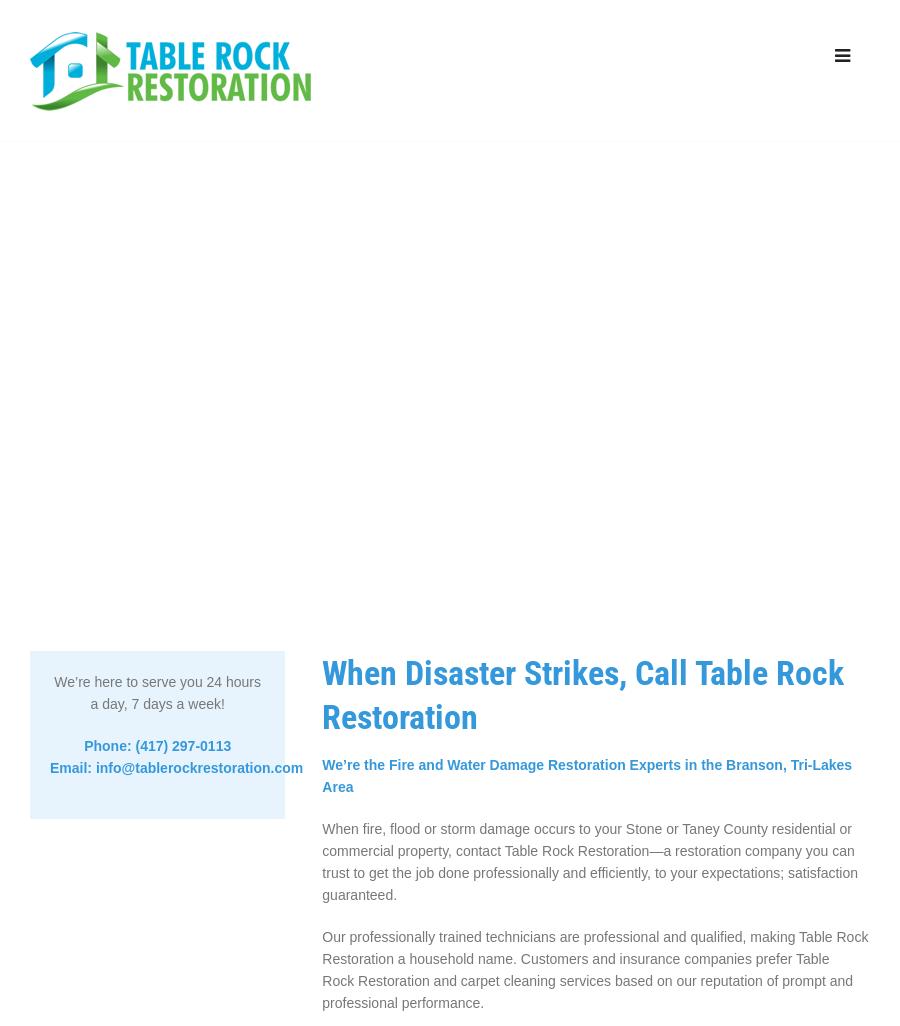 This screenshot has width=900, height=1026. I want to click on 'Phone: (417) 297-0113', so click(157, 746).